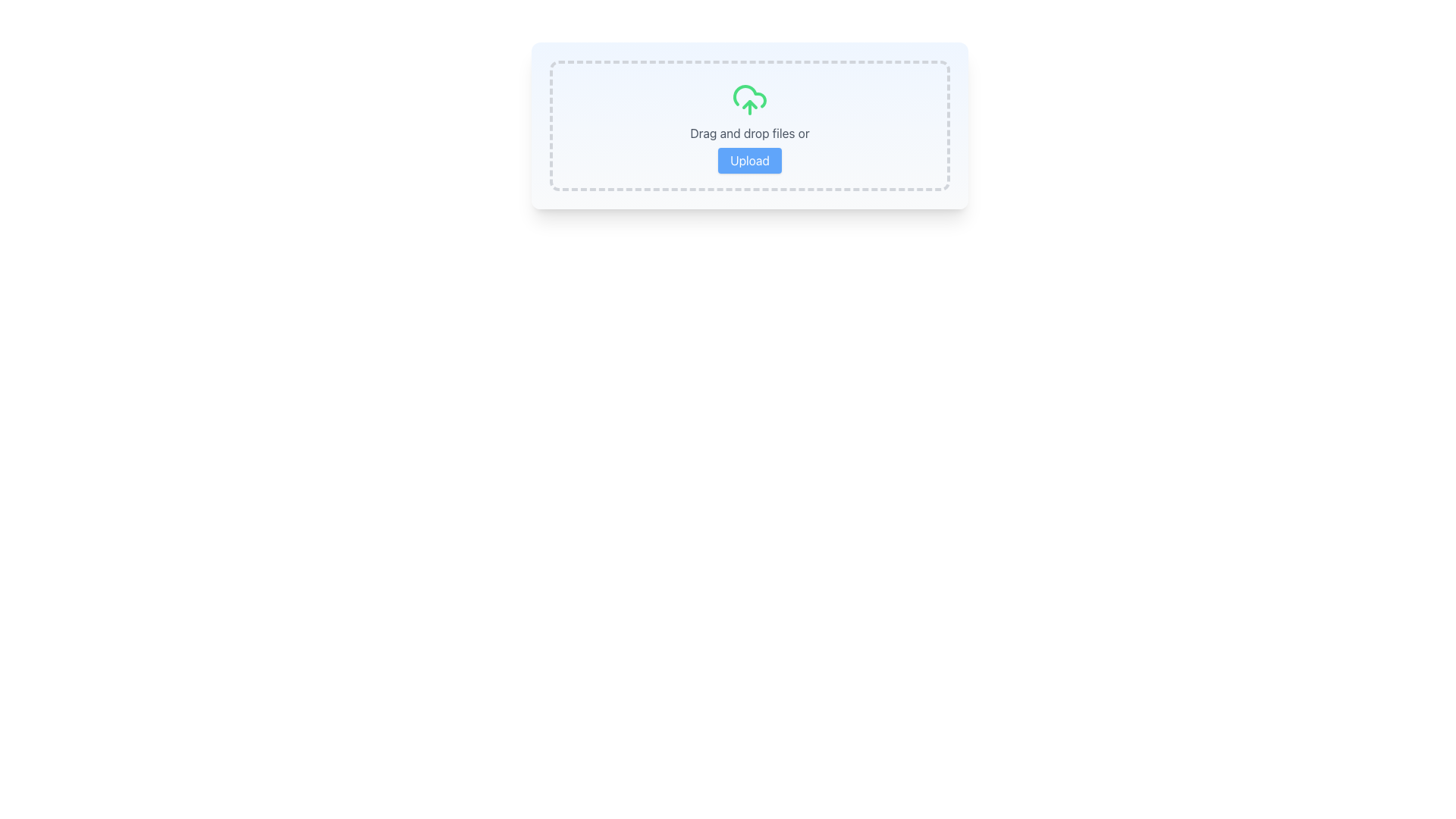 The height and width of the screenshot is (819, 1456). I want to click on the orange upward-pointing arrow icon that is part of the cloud upload graphic, which is centrally placed above the text 'Drag and drop files or' and the blue 'Upload' button, so click(749, 104).